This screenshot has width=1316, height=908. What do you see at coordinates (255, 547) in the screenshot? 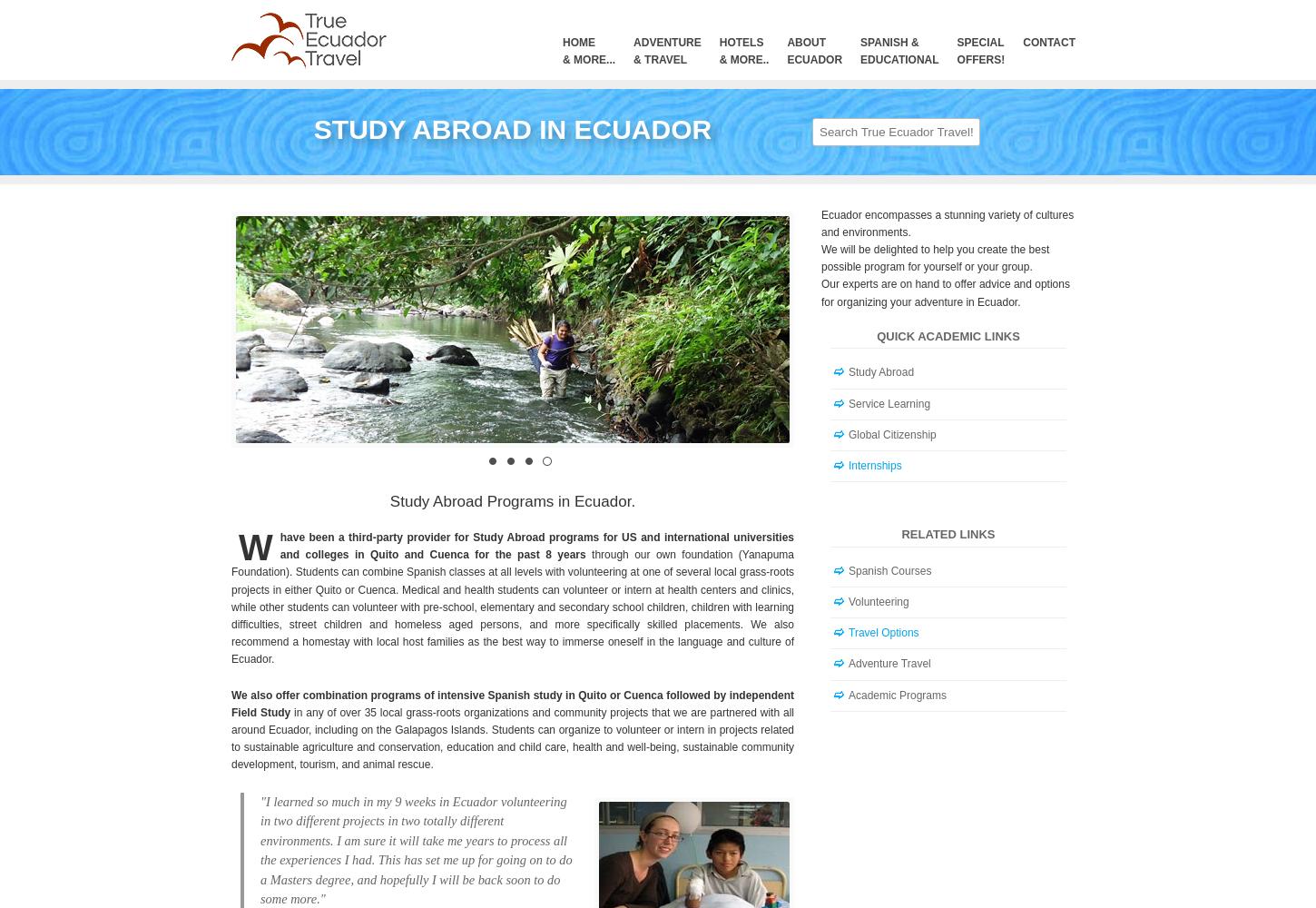
I see `'W'` at bounding box center [255, 547].